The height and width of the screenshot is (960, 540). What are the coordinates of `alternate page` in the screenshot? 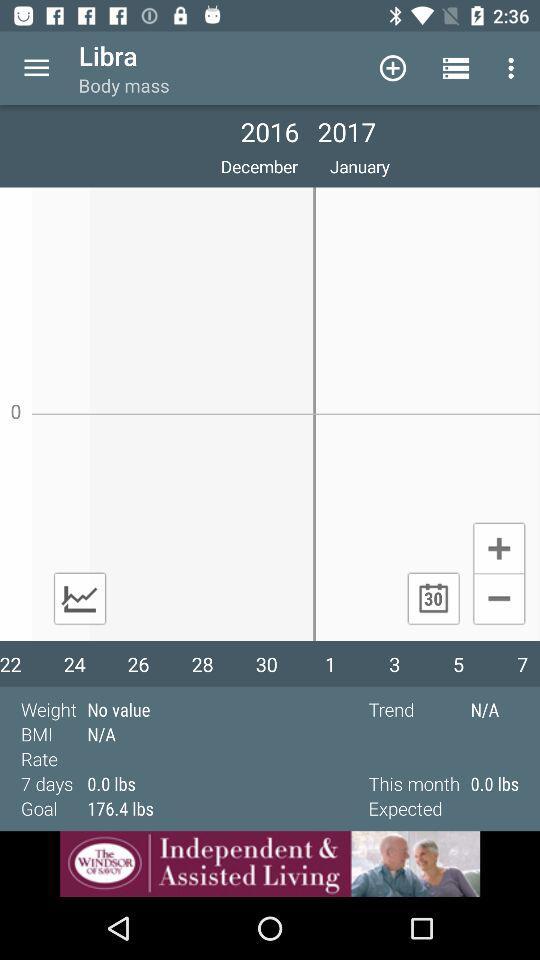 It's located at (79, 598).